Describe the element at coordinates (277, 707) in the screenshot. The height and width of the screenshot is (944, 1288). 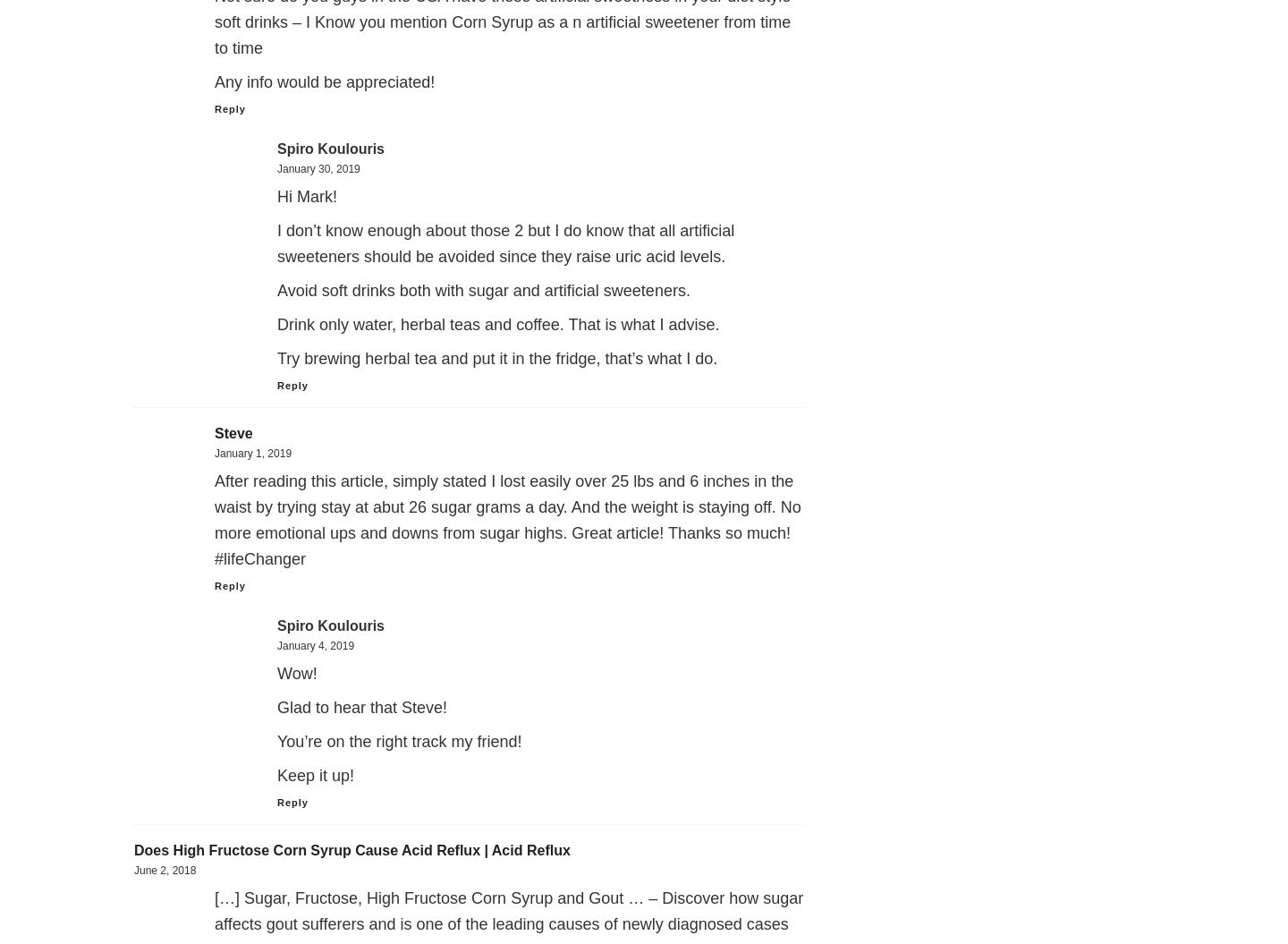
I see `'Glad to hear that Steve!'` at that location.